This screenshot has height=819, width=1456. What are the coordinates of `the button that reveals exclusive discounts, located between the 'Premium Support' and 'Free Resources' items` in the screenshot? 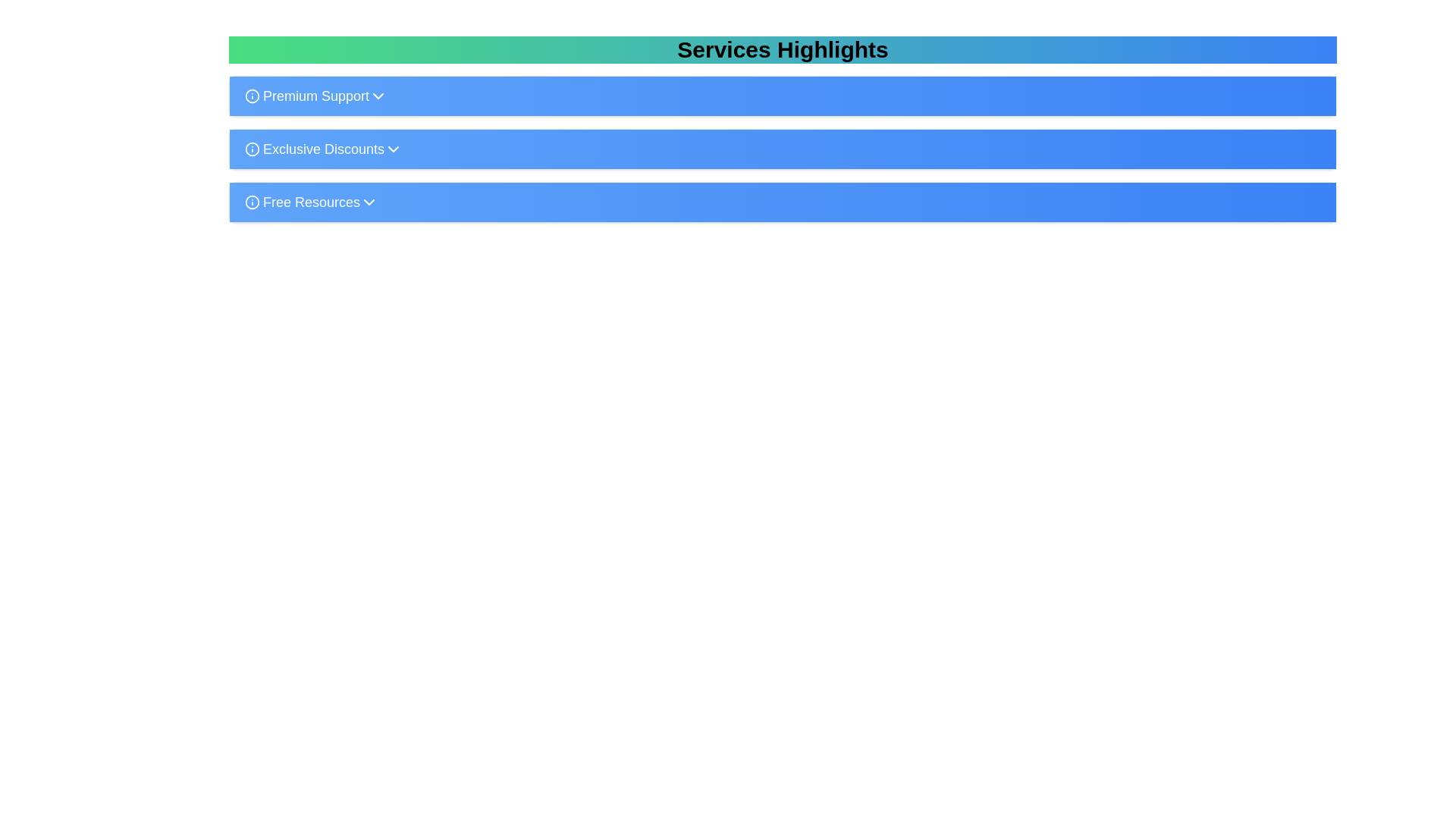 It's located at (783, 149).